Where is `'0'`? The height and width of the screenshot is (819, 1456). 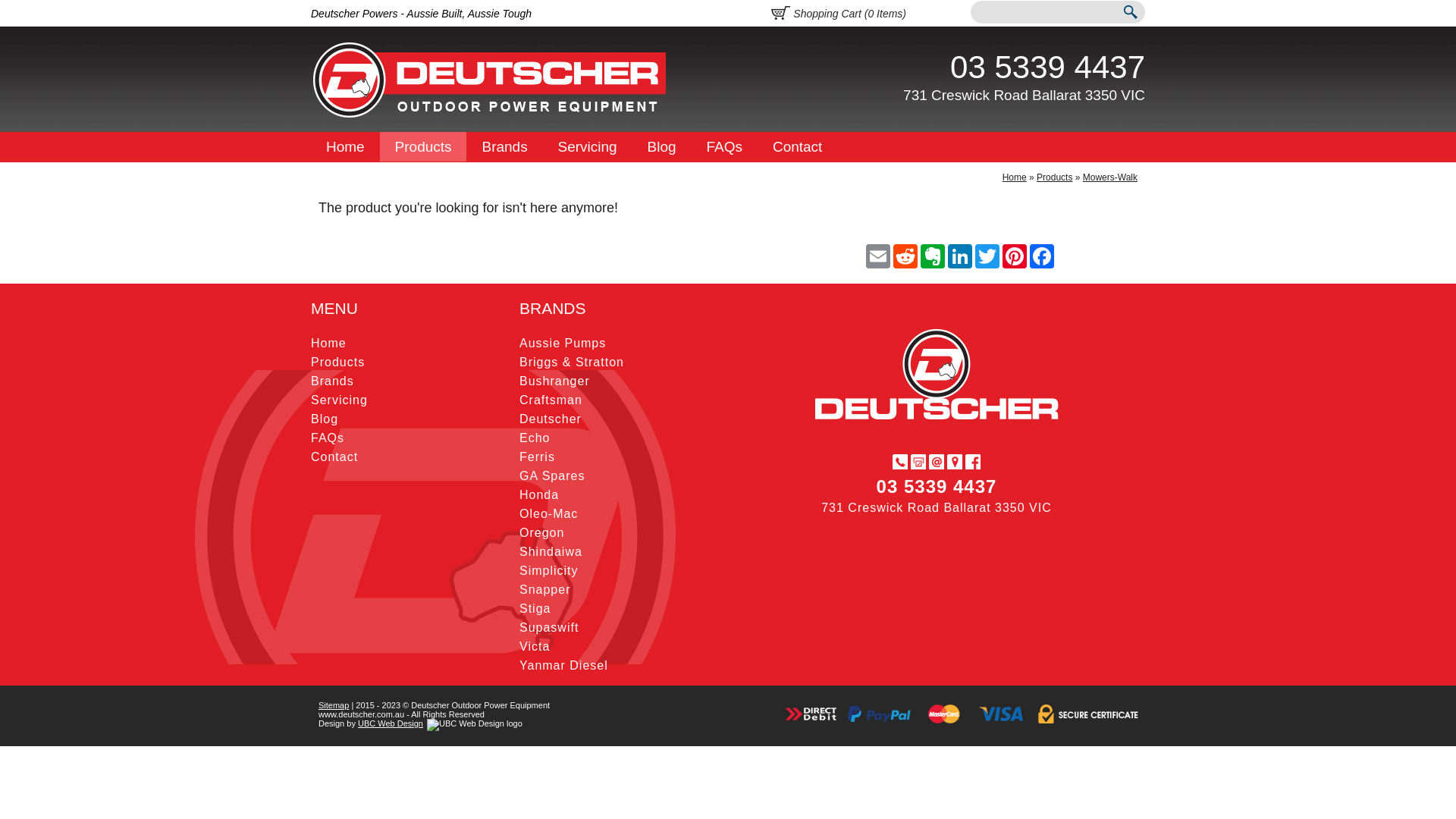 '0' is located at coordinates (870, 14).